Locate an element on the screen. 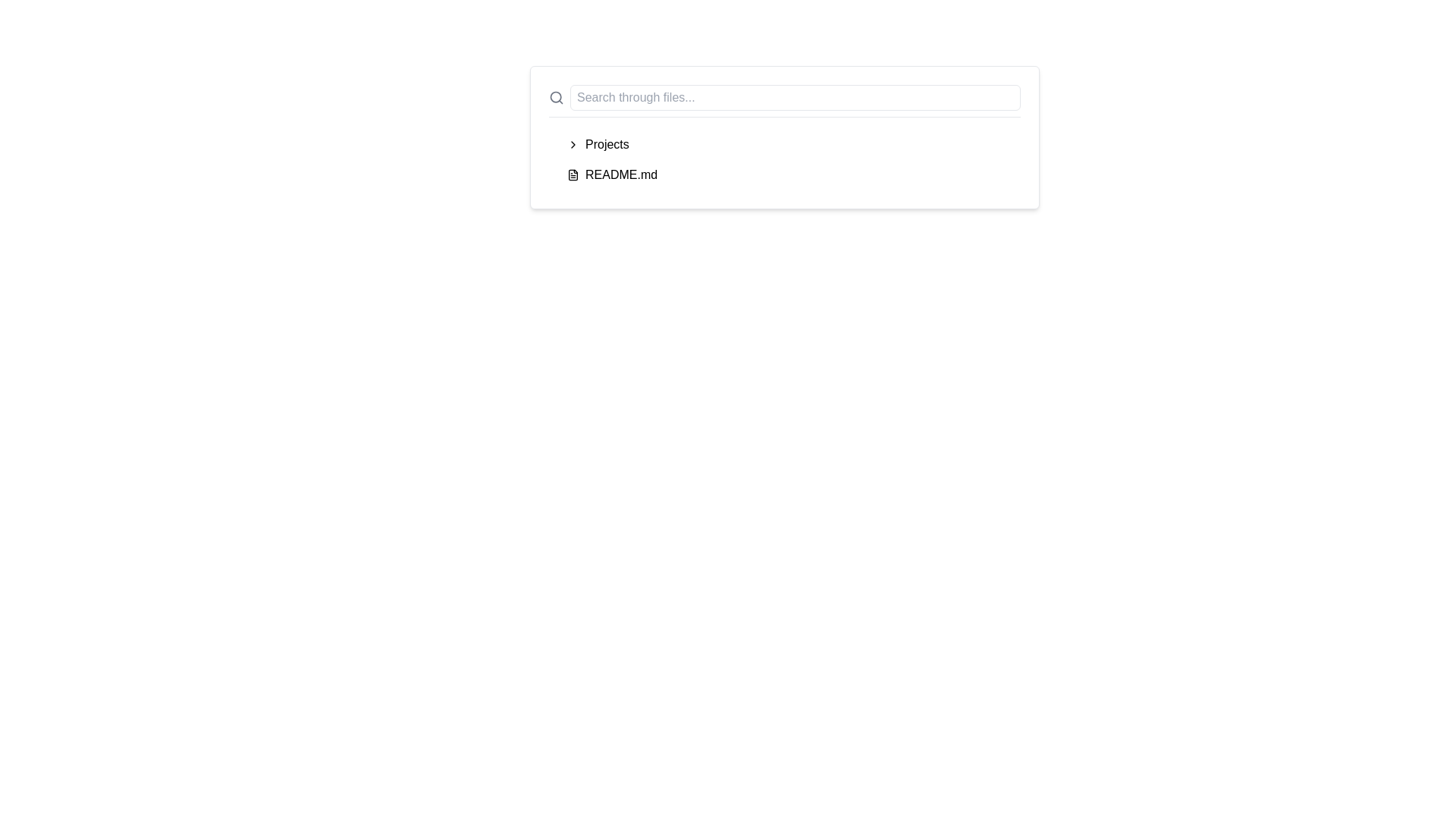  the 'Projects' text label, which is styled as part of a navigational list item and located next to a chevron icon is located at coordinates (607, 145).